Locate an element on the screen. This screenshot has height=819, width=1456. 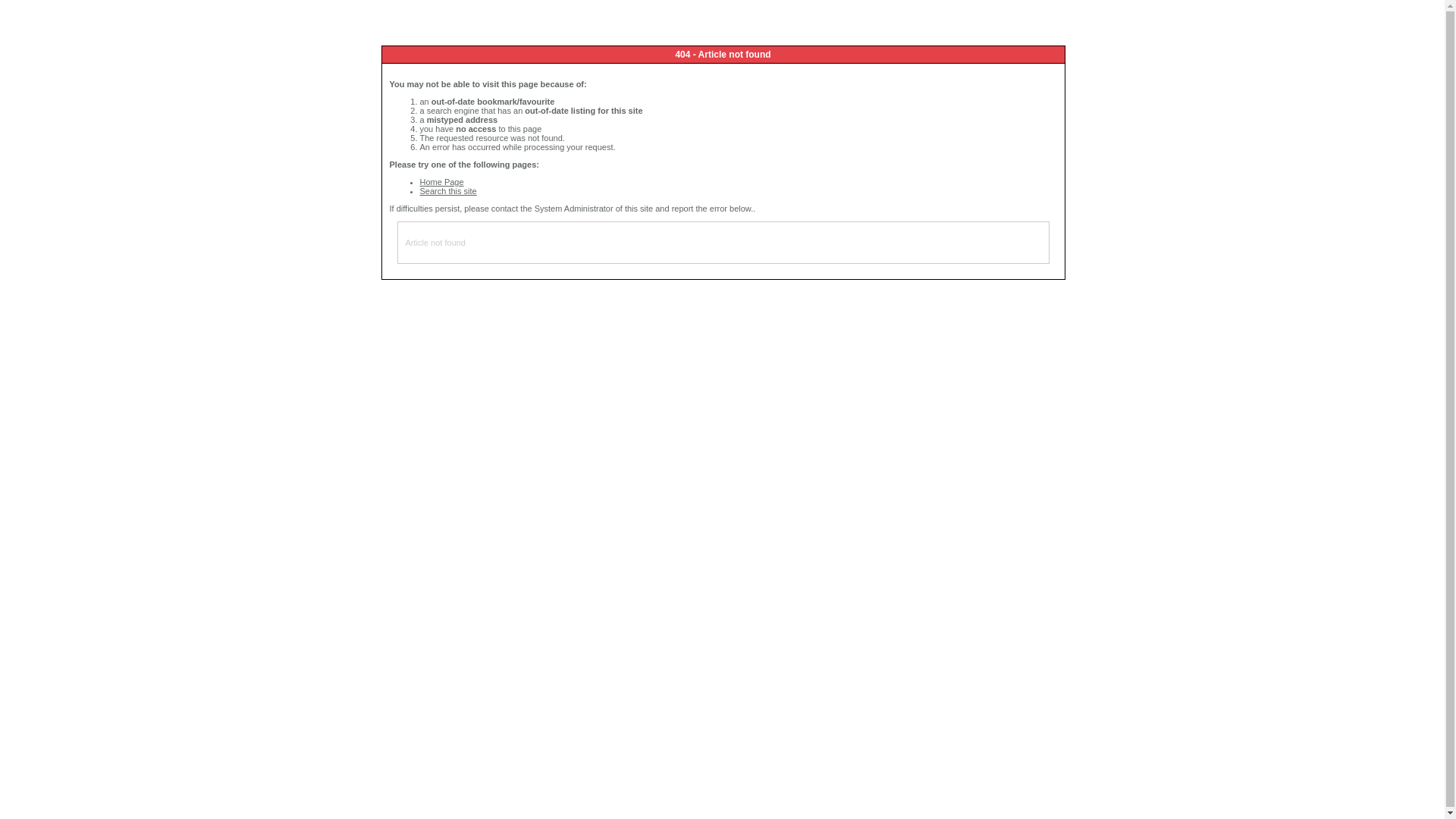
'Search this site' is located at coordinates (419, 190).